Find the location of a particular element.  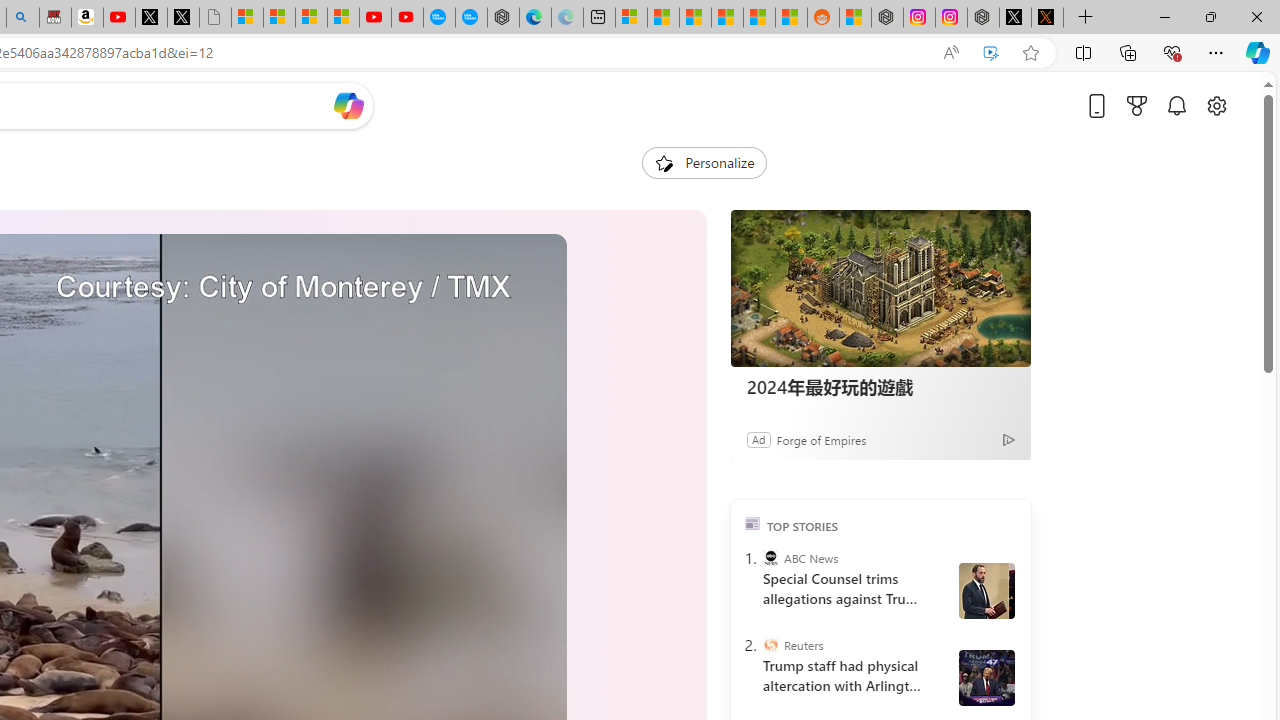

'Untitled' is located at coordinates (215, 17).